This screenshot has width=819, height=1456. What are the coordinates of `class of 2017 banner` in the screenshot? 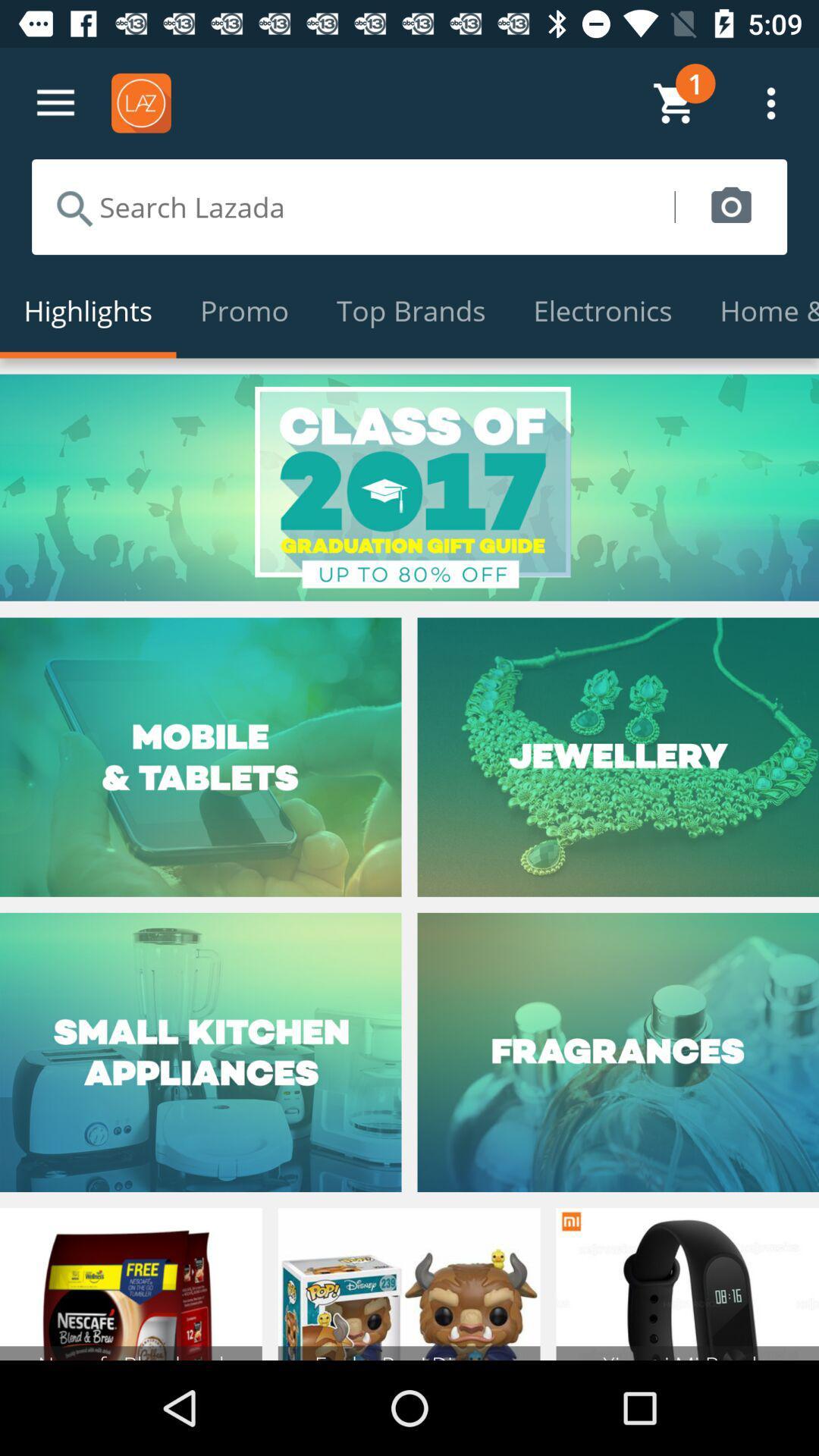 It's located at (409, 488).